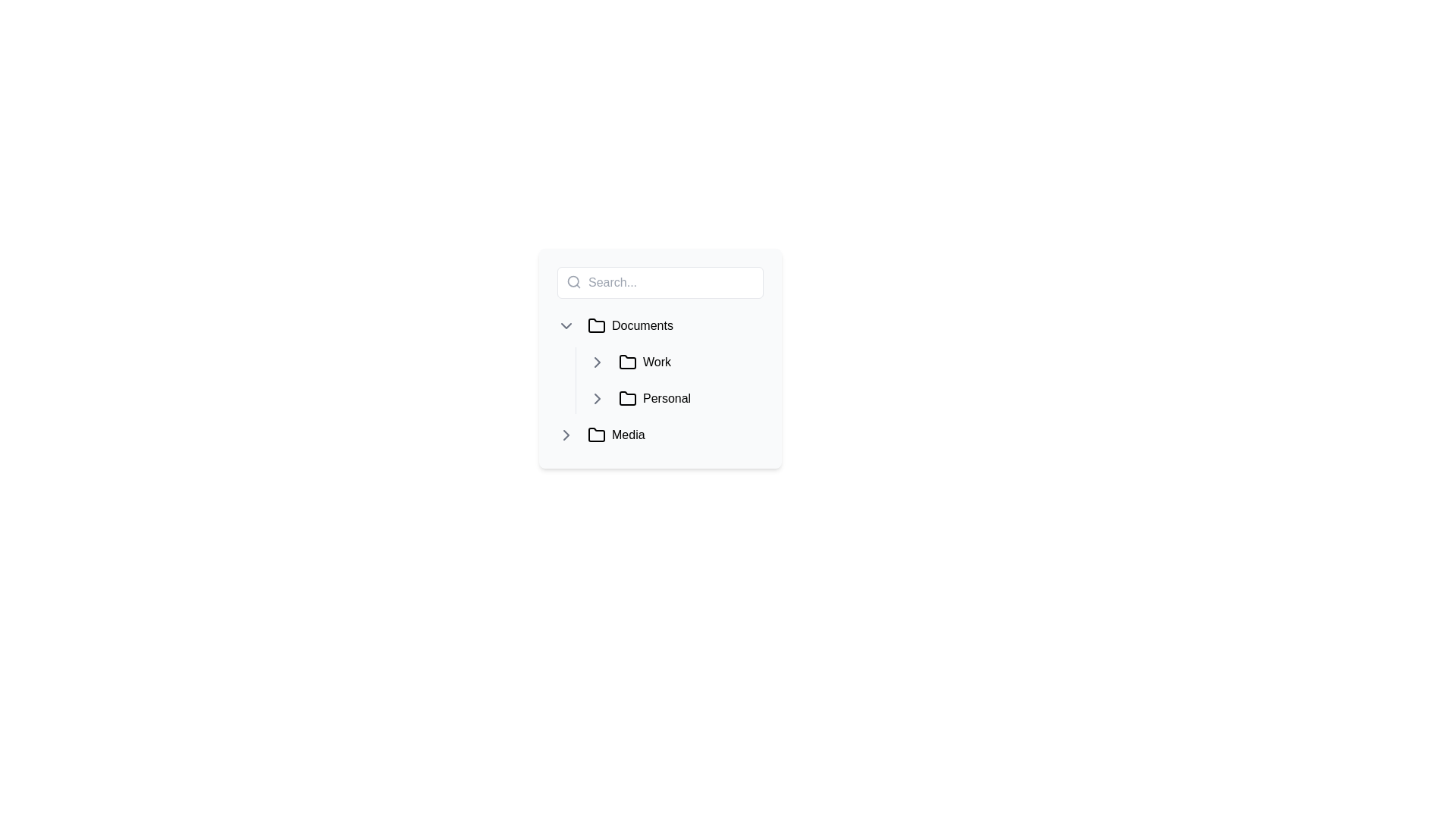  Describe the element at coordinates (642, 325) in the screenshot. I see `the 'Documents' text label in the navigational menu` at that location.